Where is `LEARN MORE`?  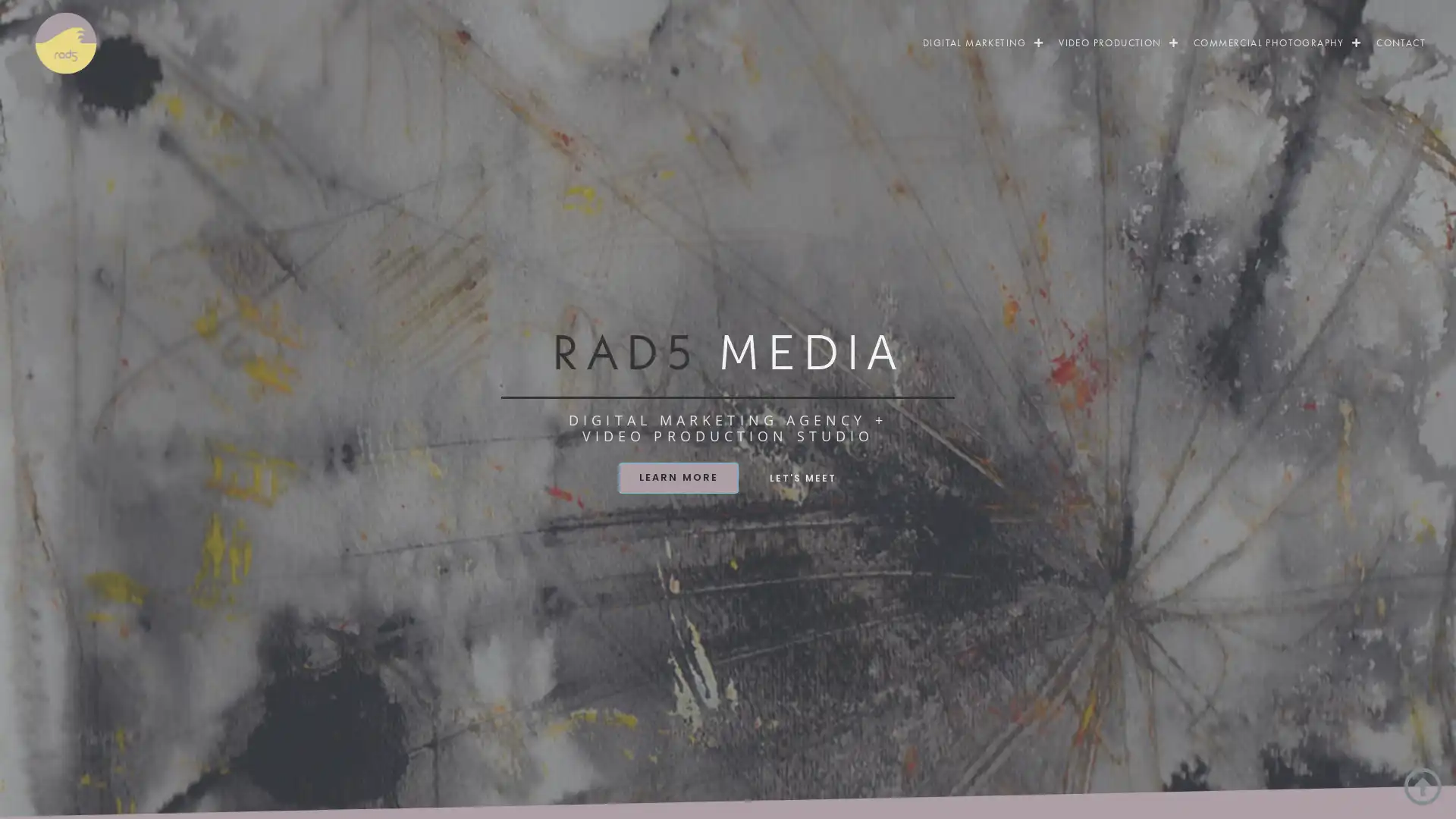
LEARN MORE is located at coordinates (677, 476).